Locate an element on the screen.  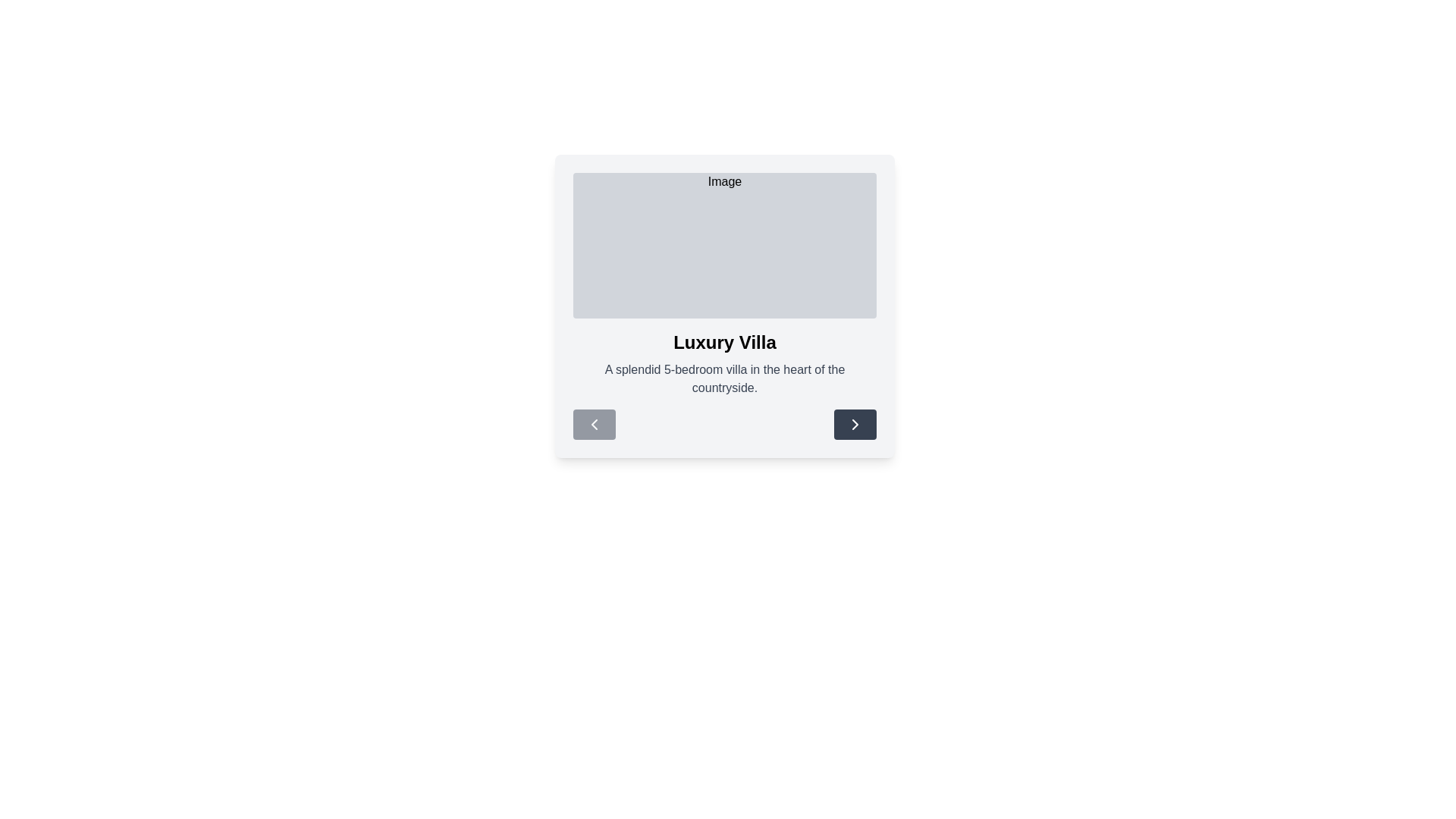
the rightward-pointing chevron arrow icon located within the dark circular button at the bottom-right corner of the 'Luxury Villa' card is located at coordinates (855, 424).